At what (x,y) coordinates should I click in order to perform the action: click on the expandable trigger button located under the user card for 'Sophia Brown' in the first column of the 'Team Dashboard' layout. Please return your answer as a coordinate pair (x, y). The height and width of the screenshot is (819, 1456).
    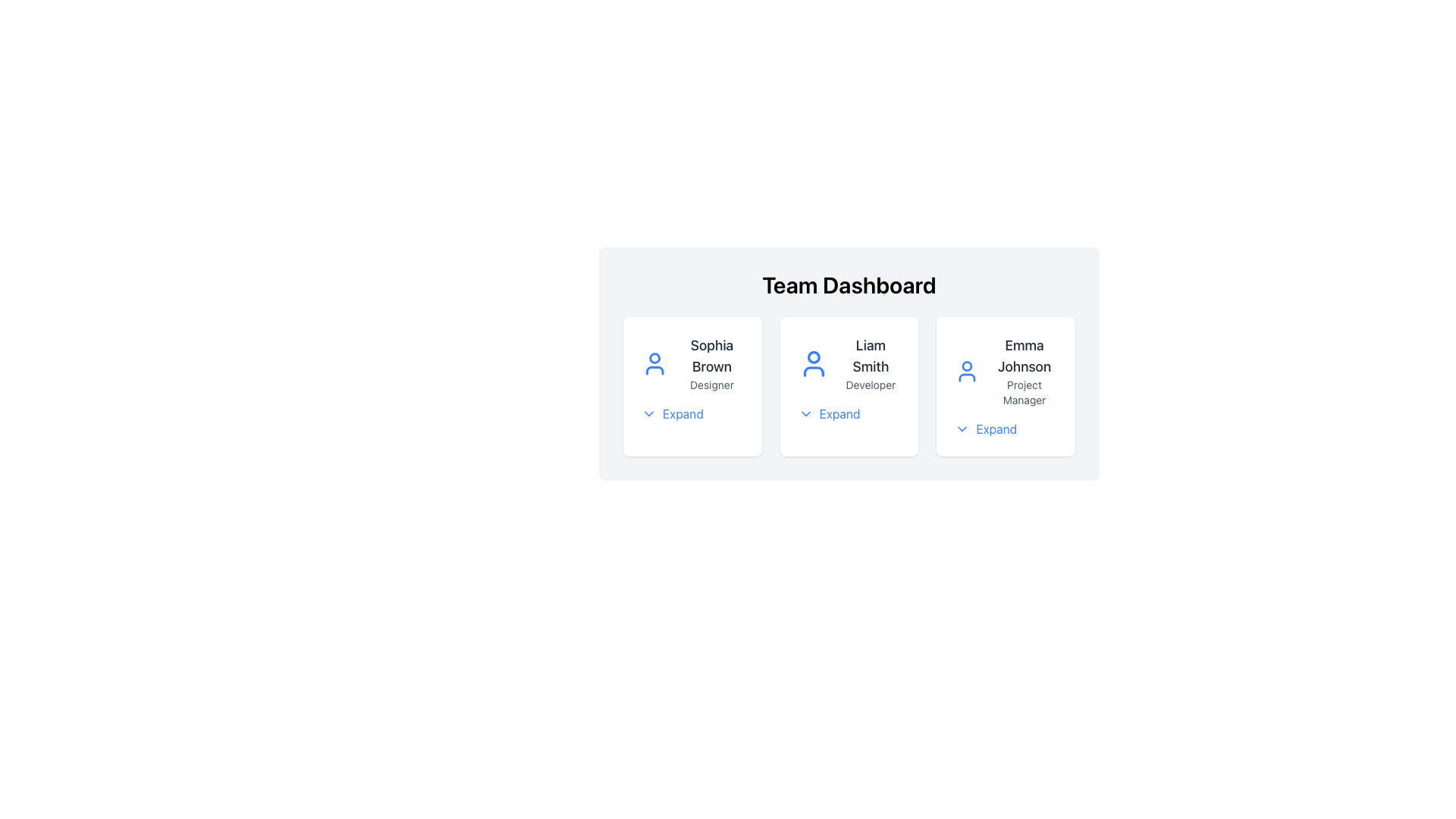
    Looking at the image, I should click on (671, 414).